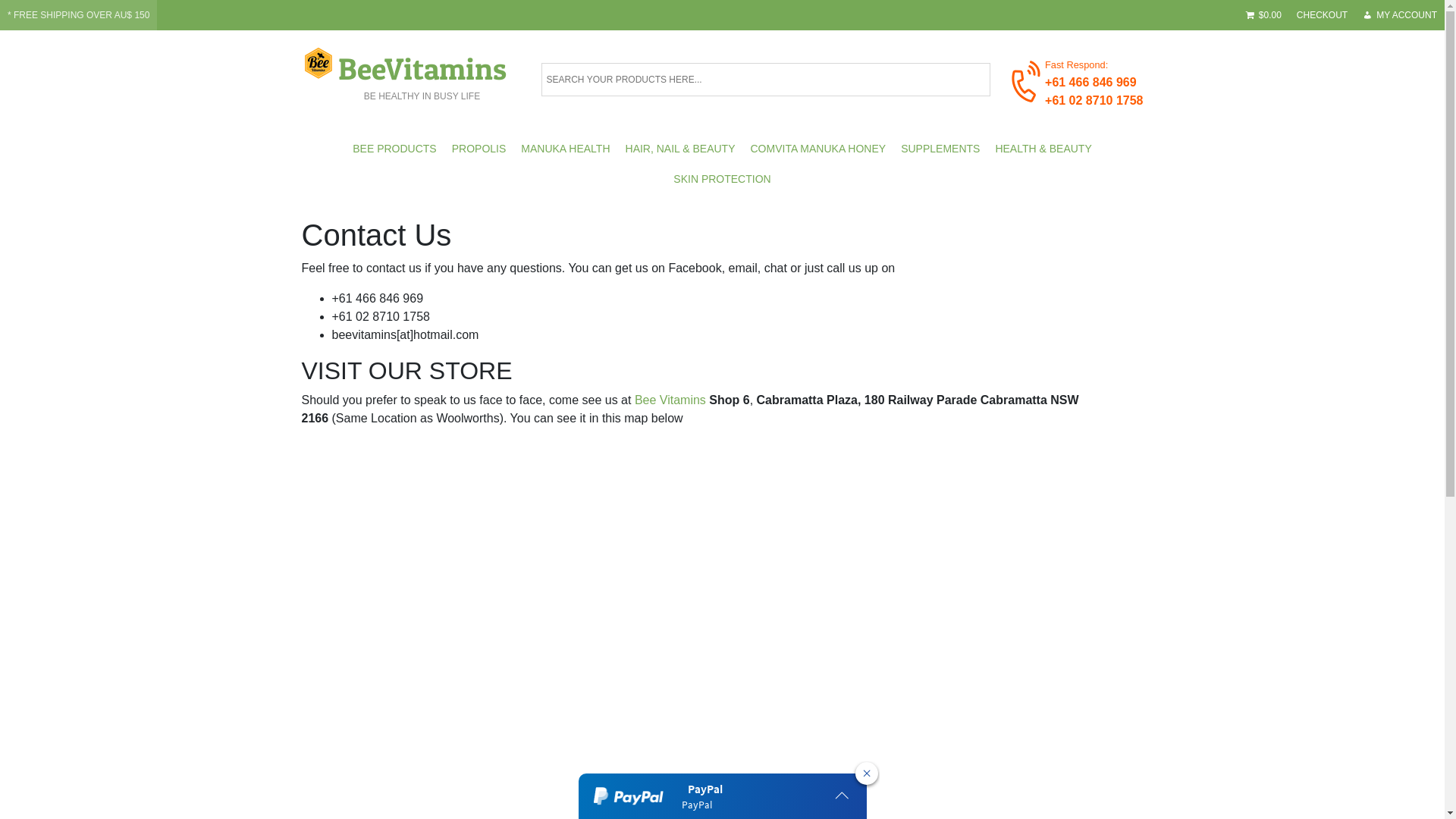  Describe the element at coordinates (817, 149) in the screenshot. I see `'COMVITA MANUKA HONEY'` at that location.